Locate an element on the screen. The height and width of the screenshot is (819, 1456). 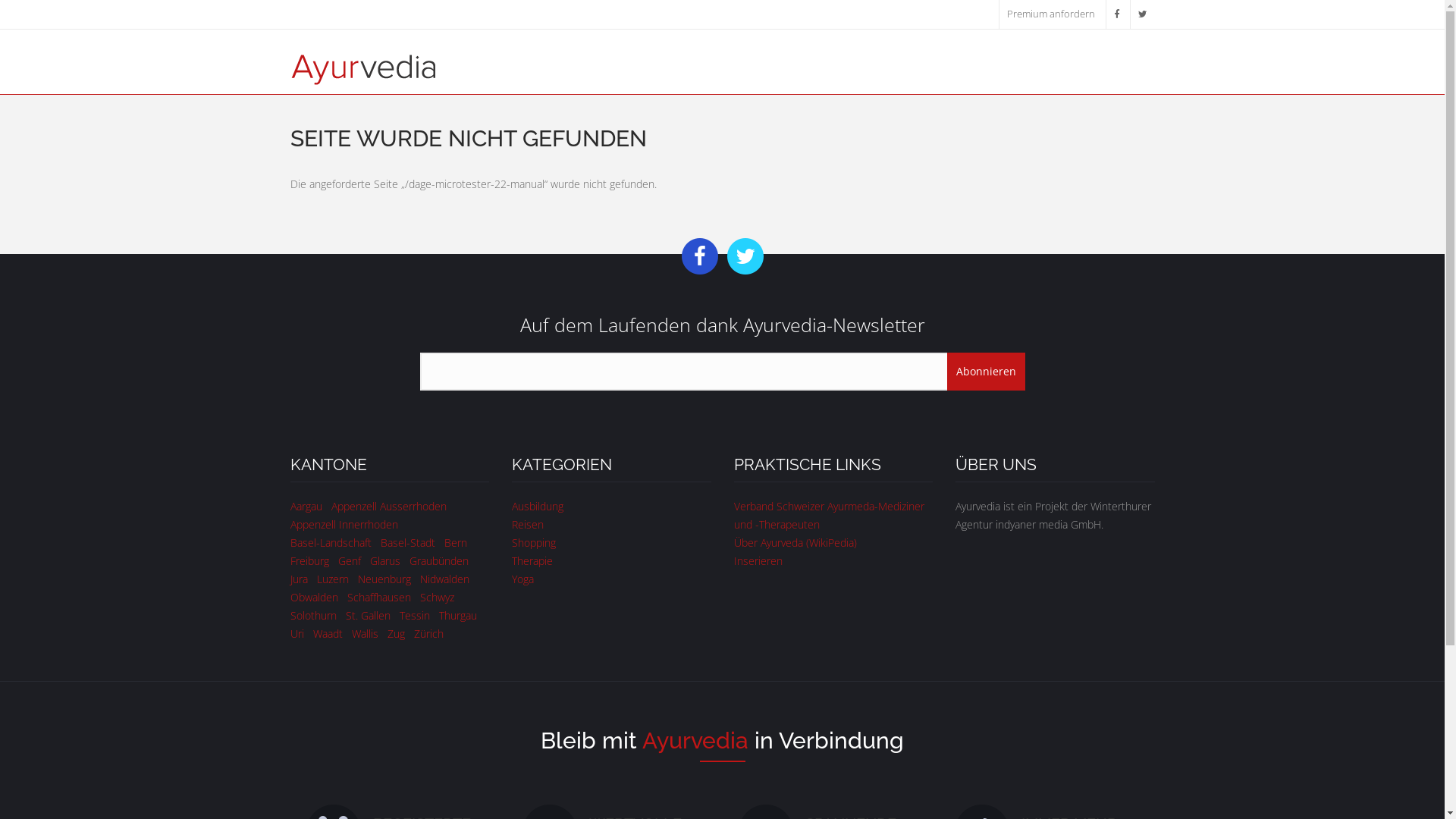
'Waadt' is located at coordinates (326, 633).